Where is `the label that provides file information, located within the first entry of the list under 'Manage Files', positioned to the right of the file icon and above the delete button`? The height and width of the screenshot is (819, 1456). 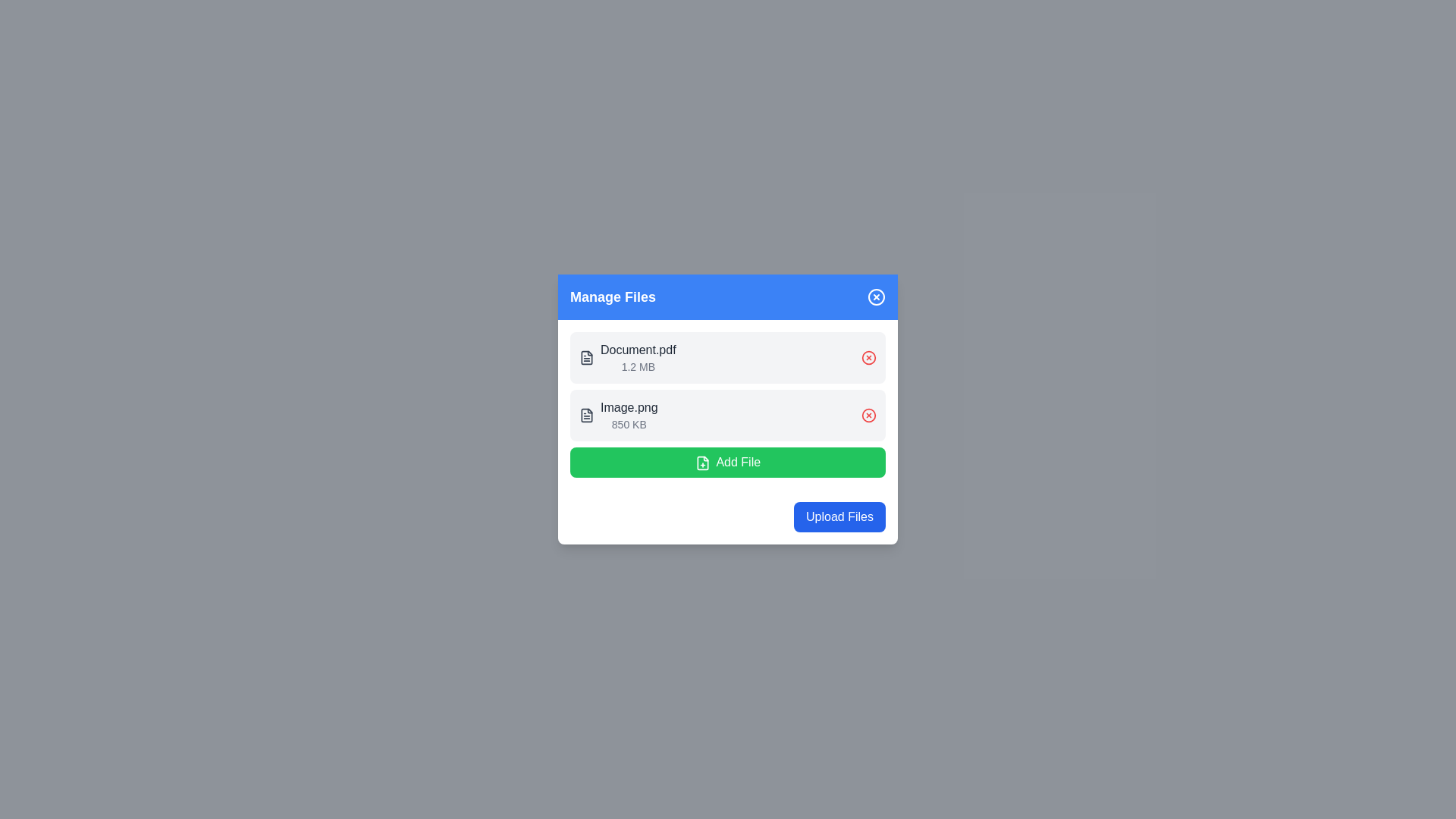 the label that provides file information, located within the first entry of the list under 'Manage Files', positioned to the right of the file icon and above the delete button is located at coordinates (627, 357).